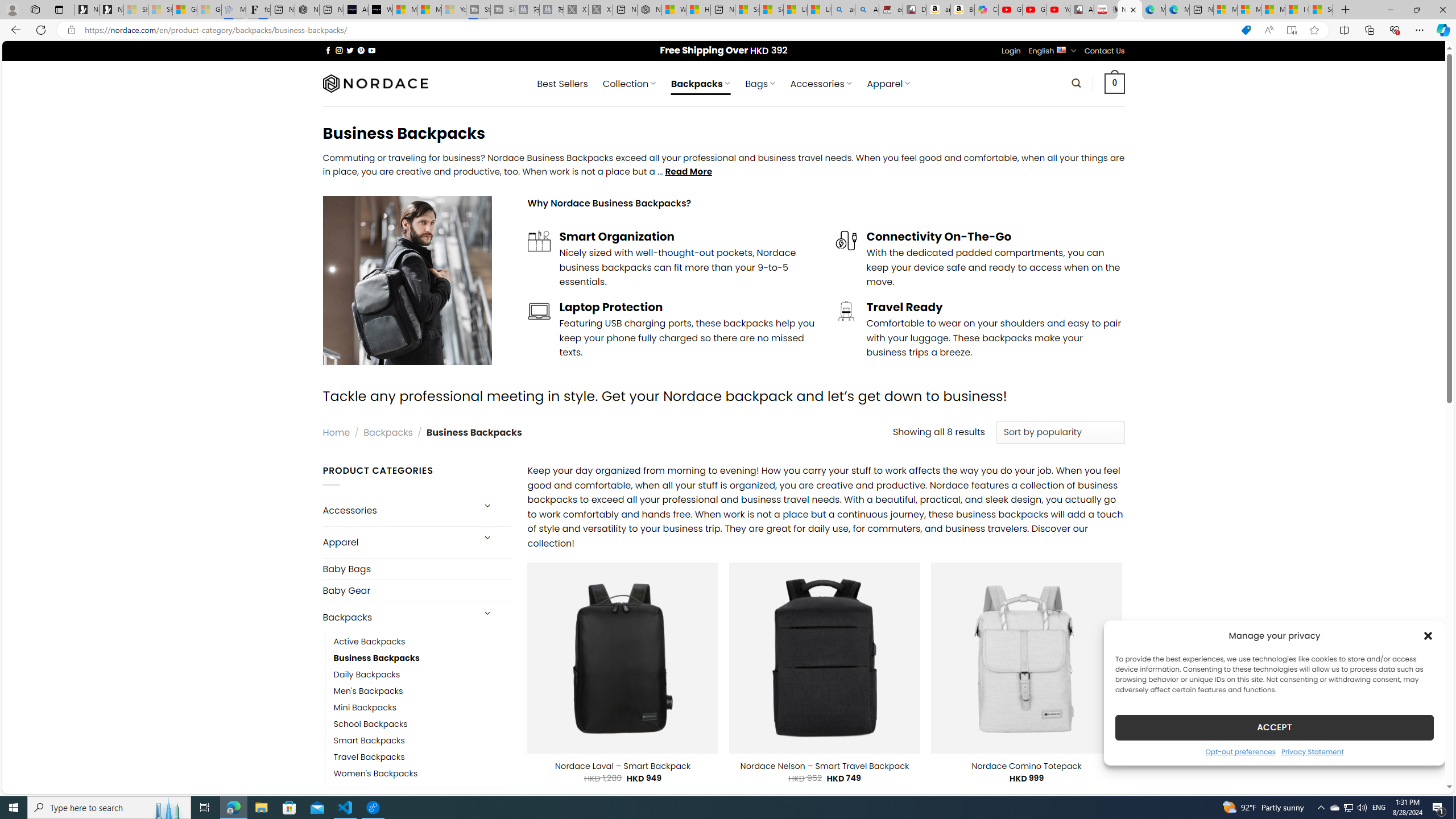 This screenshot has height=819, width=1456. Describe the element at coordinates (1060, 433) in the screenshot. I see `'Shop order'` at that location.